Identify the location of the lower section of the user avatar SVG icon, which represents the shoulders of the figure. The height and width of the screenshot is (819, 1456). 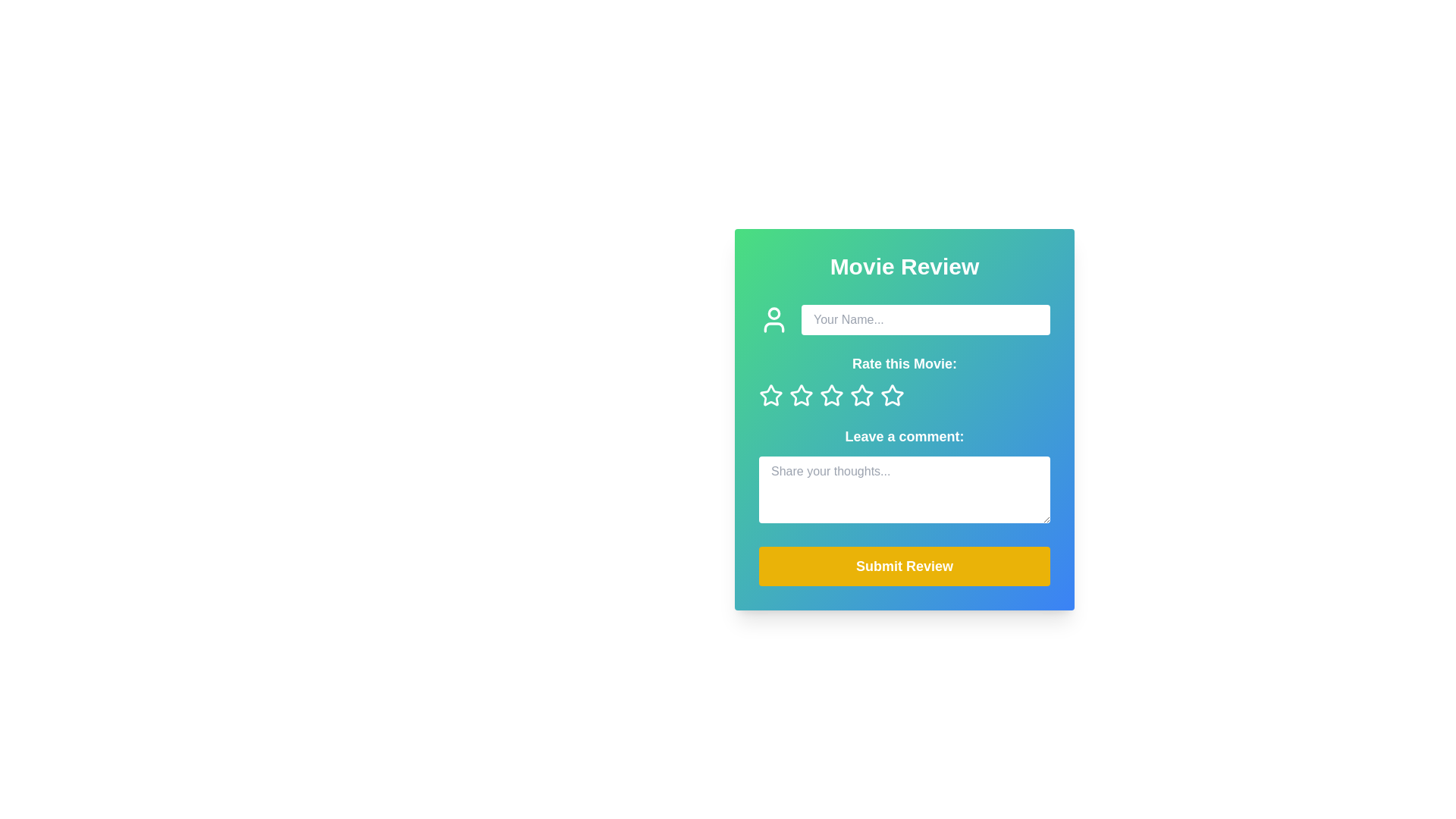
(774, 327).